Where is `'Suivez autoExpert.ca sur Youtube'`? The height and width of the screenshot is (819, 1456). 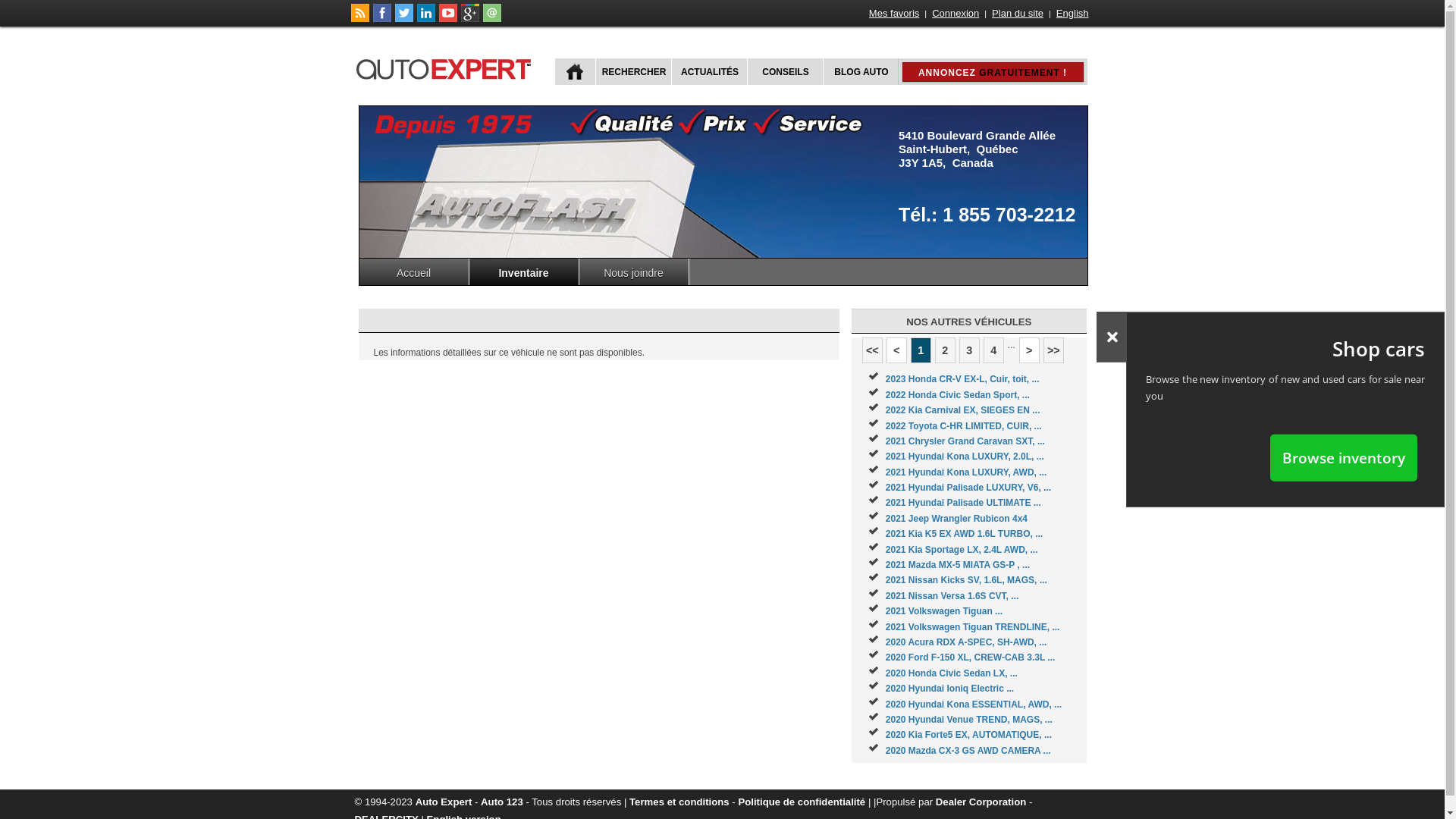 'Suivez autoExpert.ca sur Youtube' is located at coordinates (447, 18).